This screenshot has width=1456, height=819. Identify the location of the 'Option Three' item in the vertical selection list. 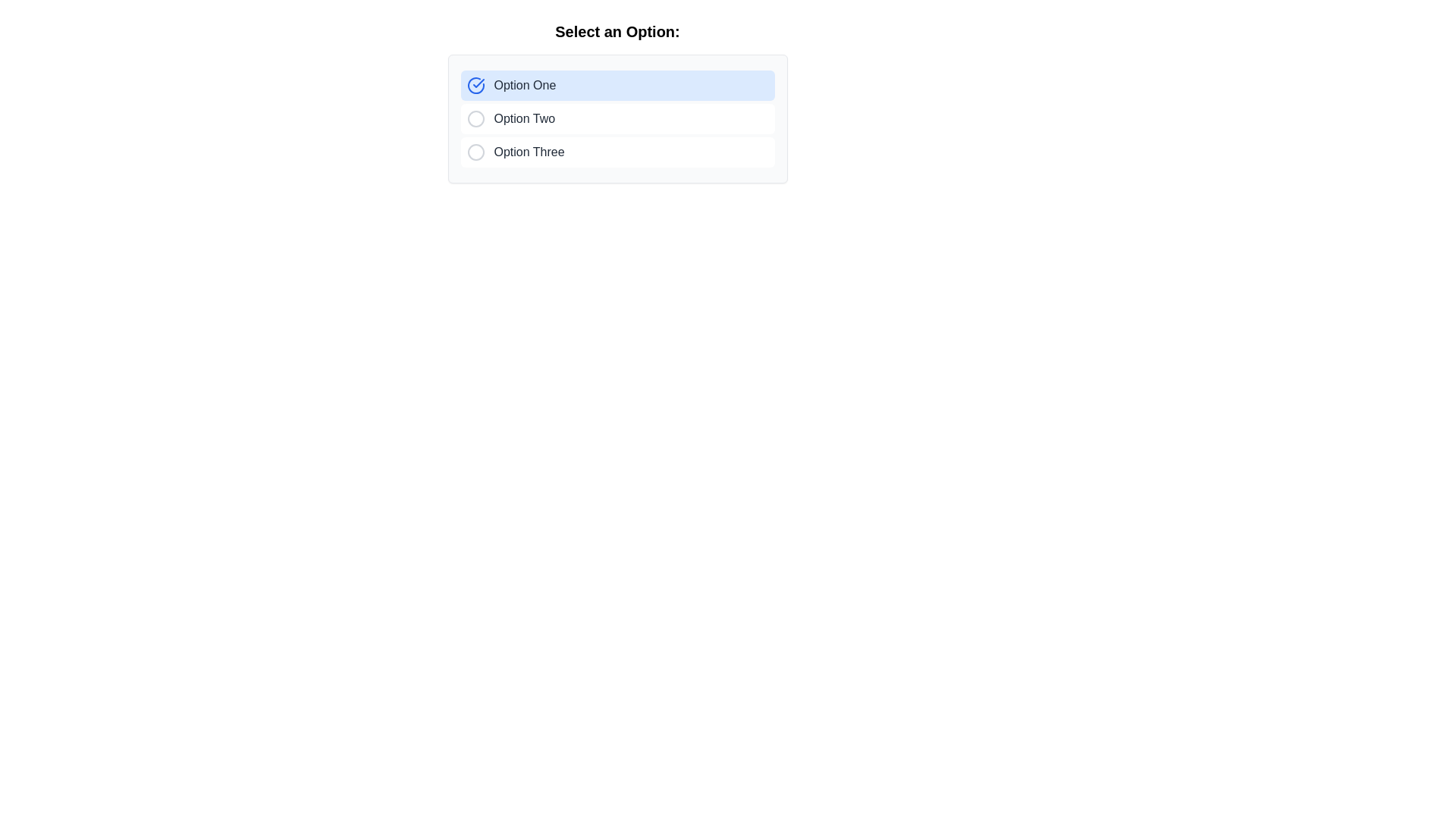
(617, 152).